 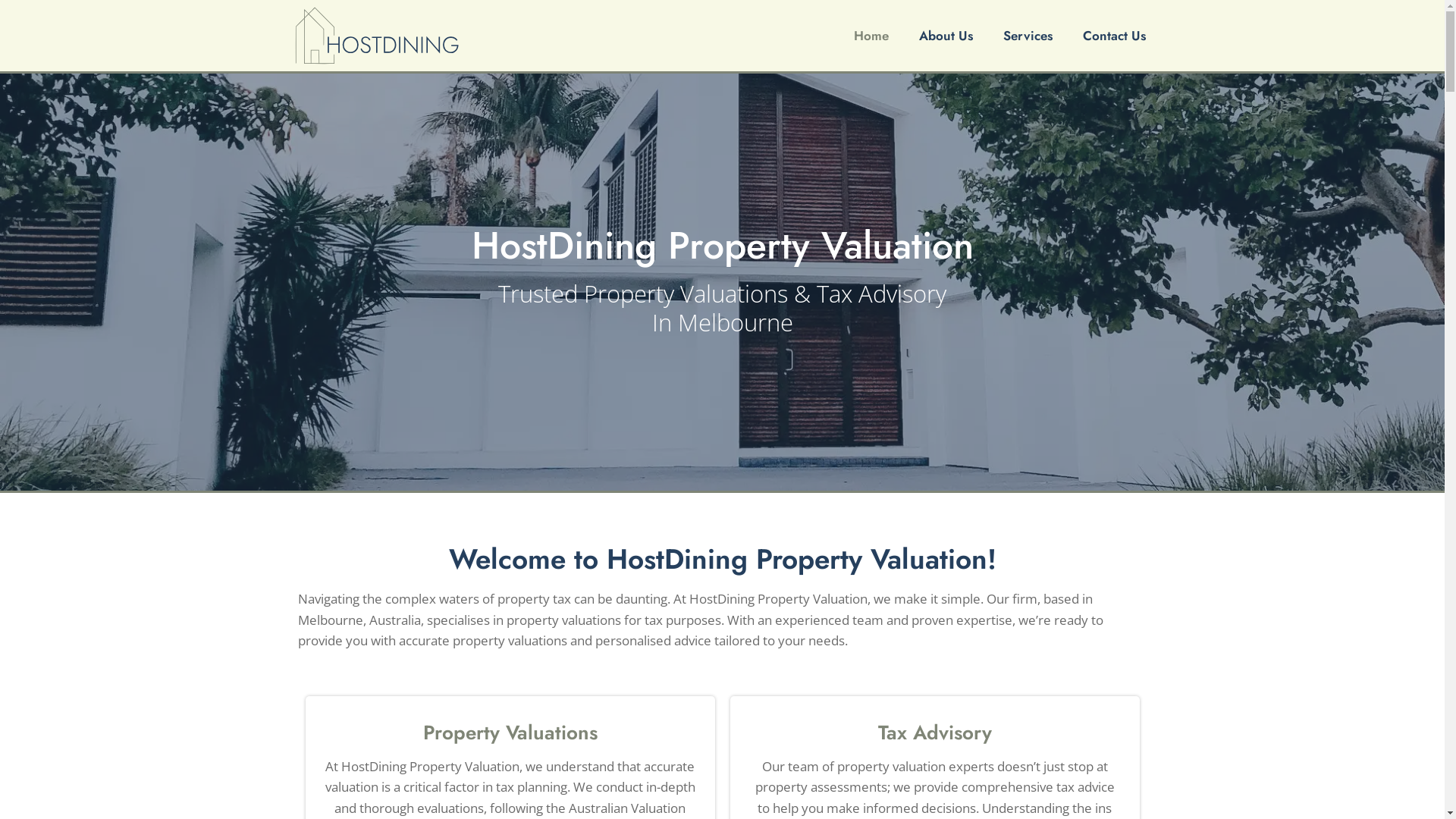 What do you see at coordinates (846, 34) in the screenshot?
I see `'Home'` at bounding box center [846, 34].